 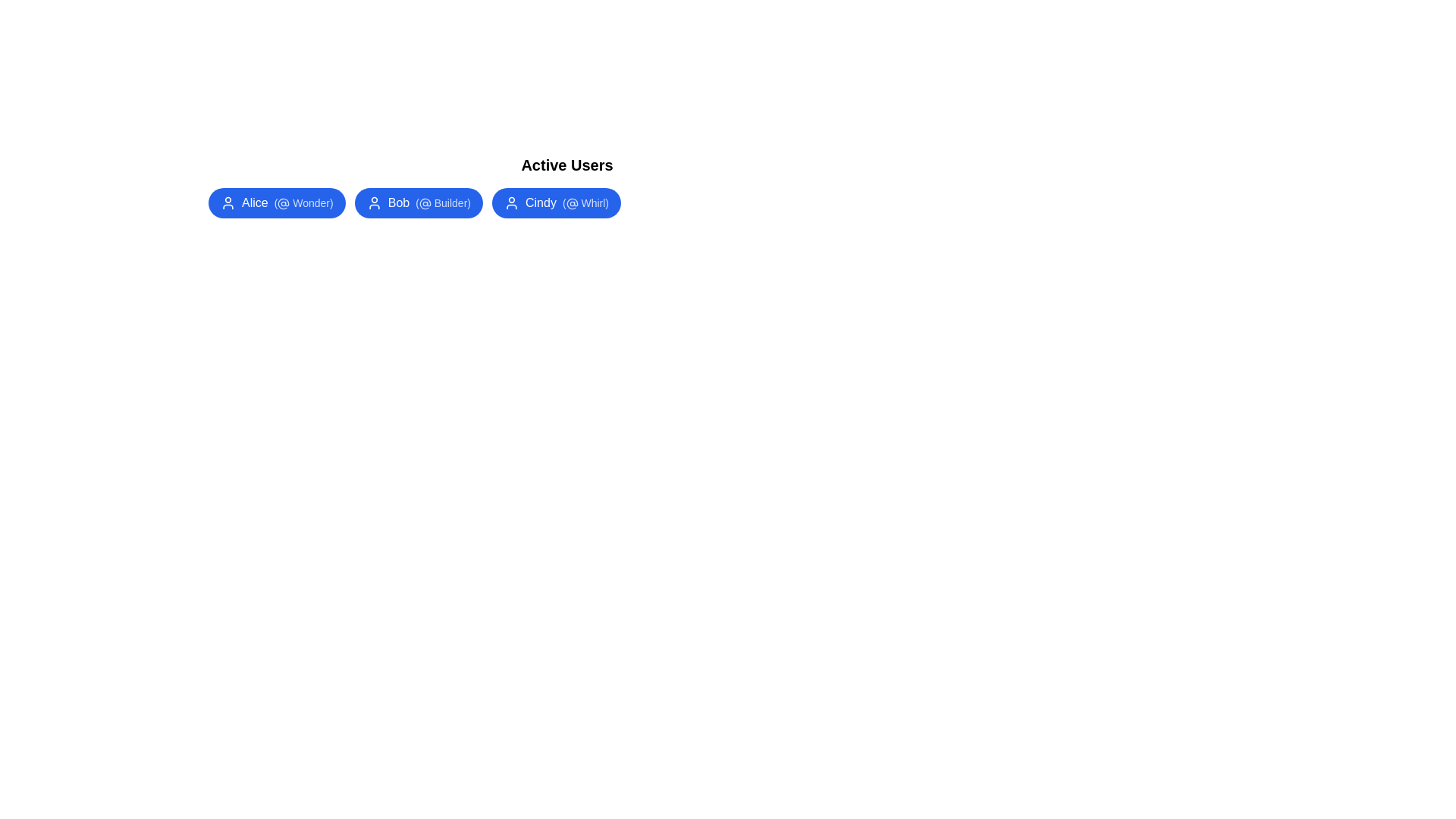 I want to click on icon inside the user chip for Bob, so click(x=374, y=202).